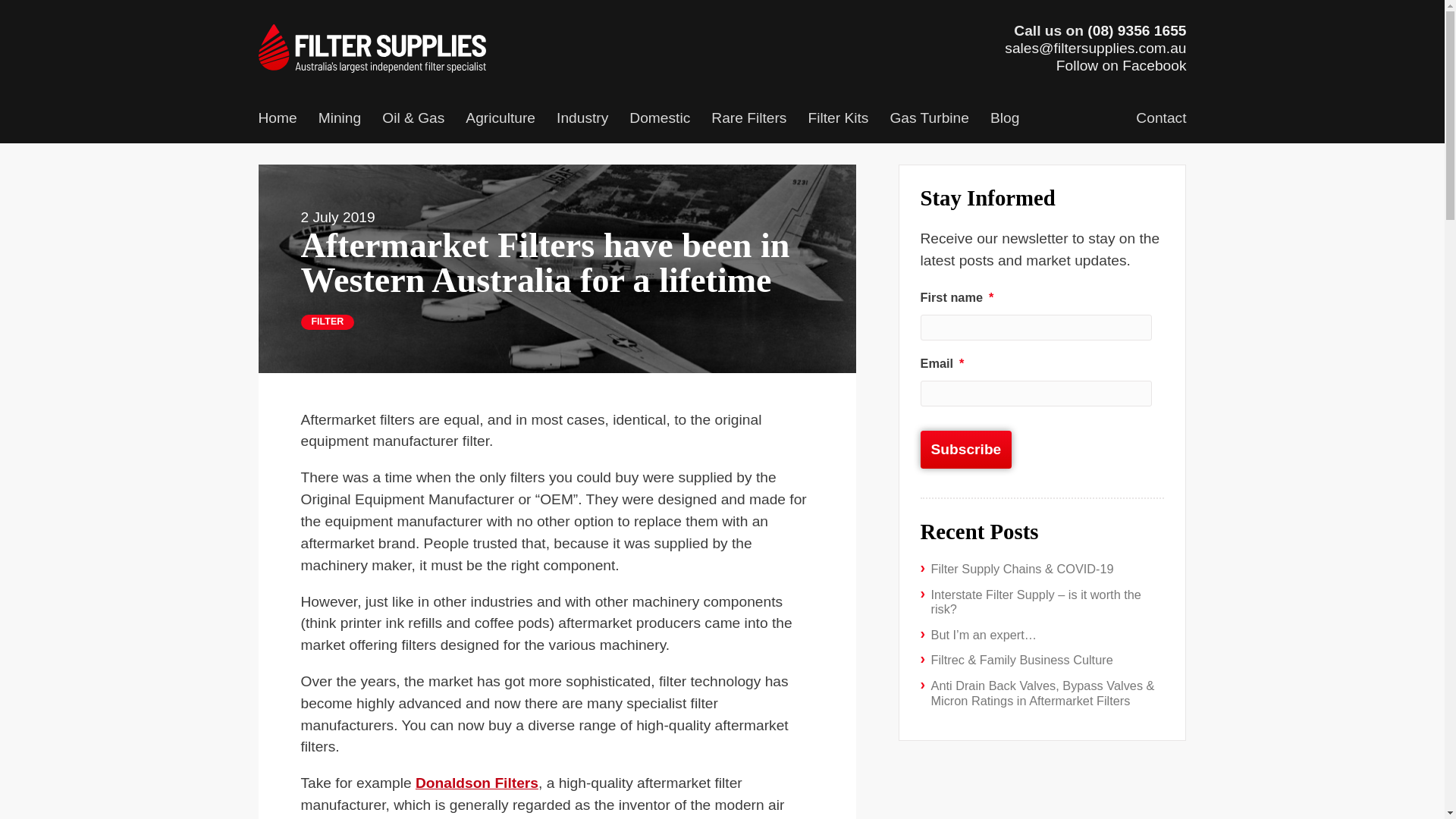  What do you see at coordinates (1160, 119) in the screenshot?
I see `'Contact'` at bounding box center [1160, 119].